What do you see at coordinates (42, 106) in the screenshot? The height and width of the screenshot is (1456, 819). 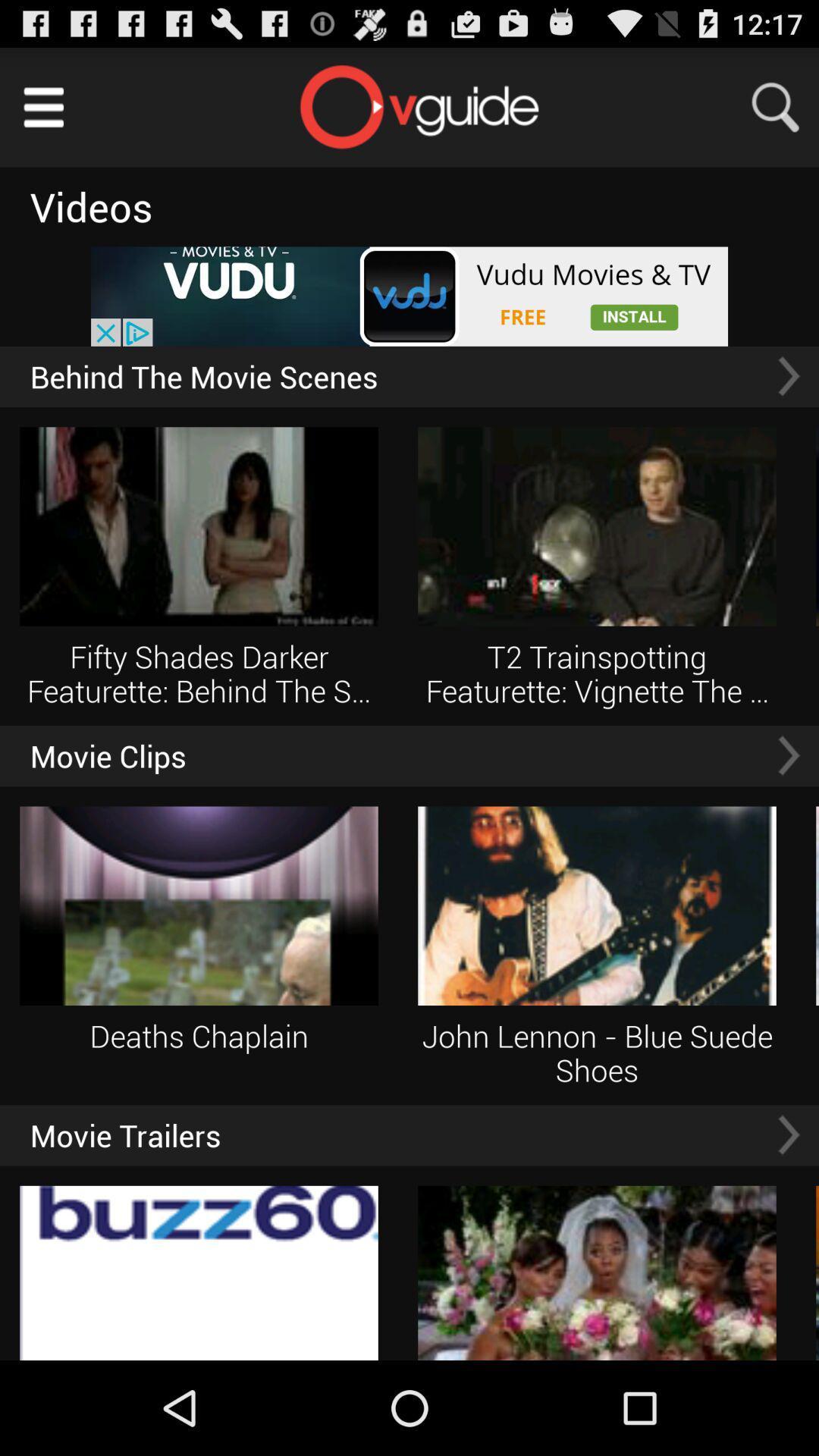 I see `main menu` at bounding box center [42, 106].